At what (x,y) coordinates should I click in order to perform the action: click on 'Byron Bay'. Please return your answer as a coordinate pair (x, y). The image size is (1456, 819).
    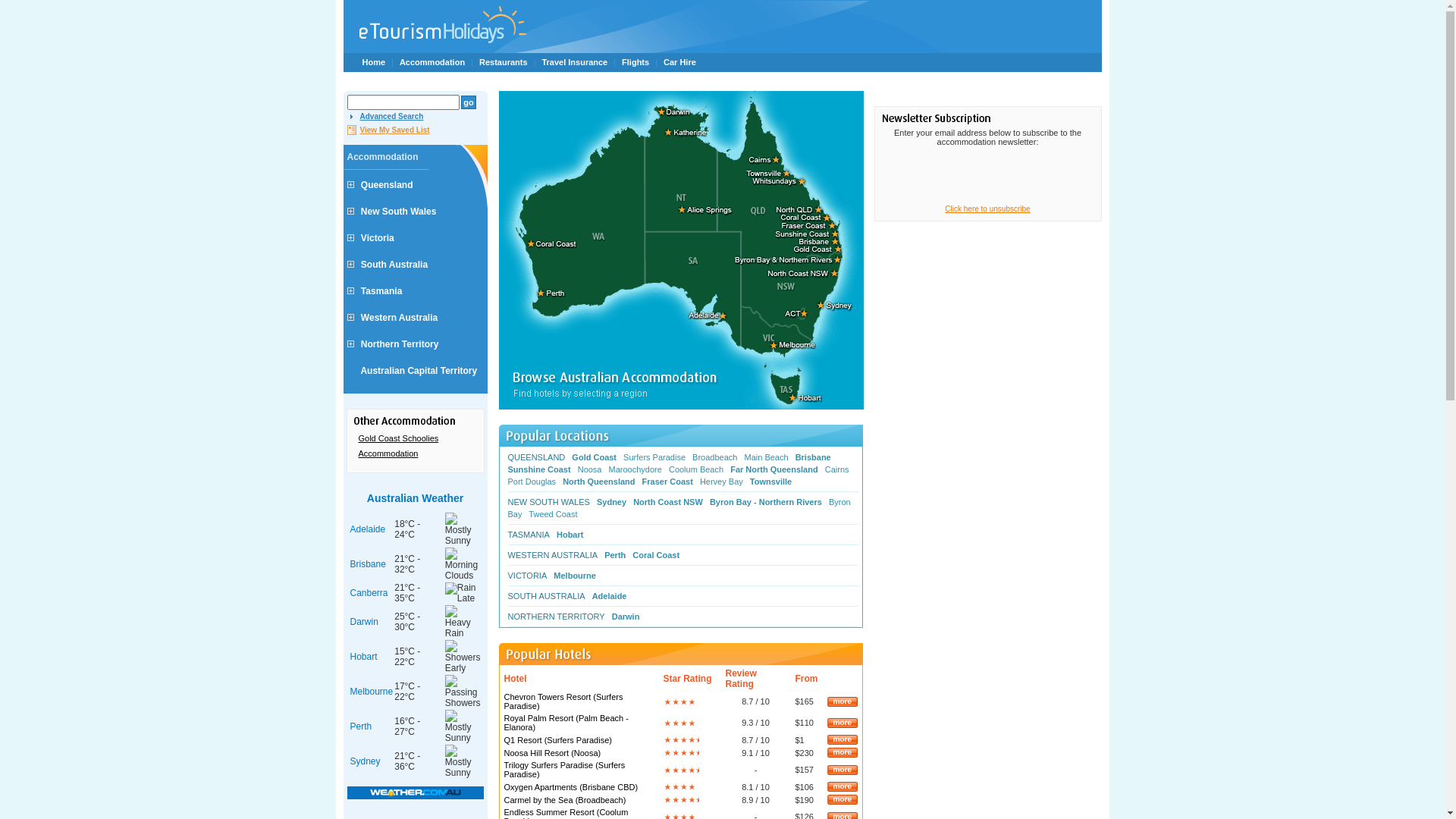
    Looking at the image, I should click on (679, 508).